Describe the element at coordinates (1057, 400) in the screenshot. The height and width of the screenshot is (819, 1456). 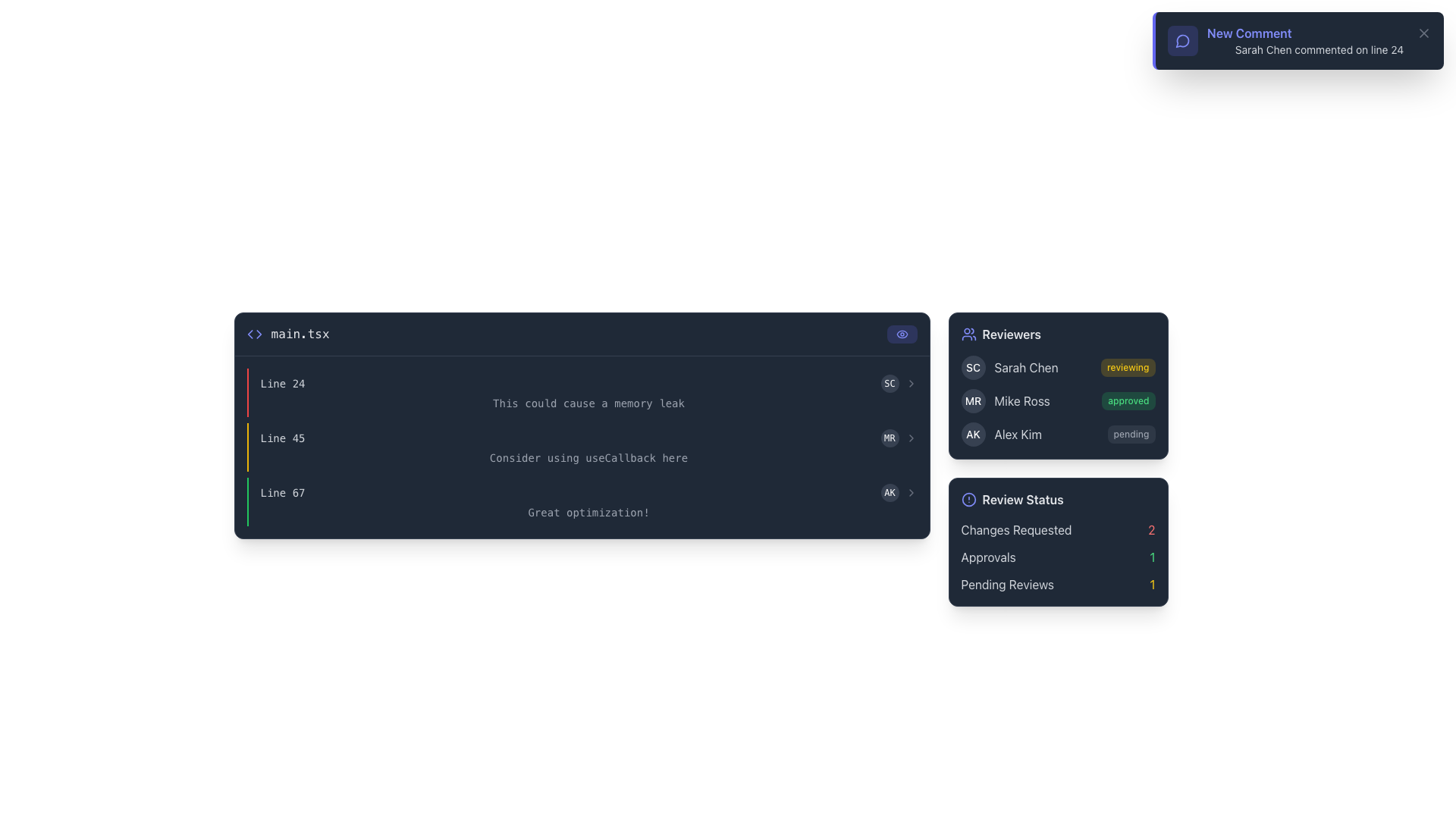
I see `the name 'Mike Ross' in the second list item of the 'Reviewers' panel` at that location.